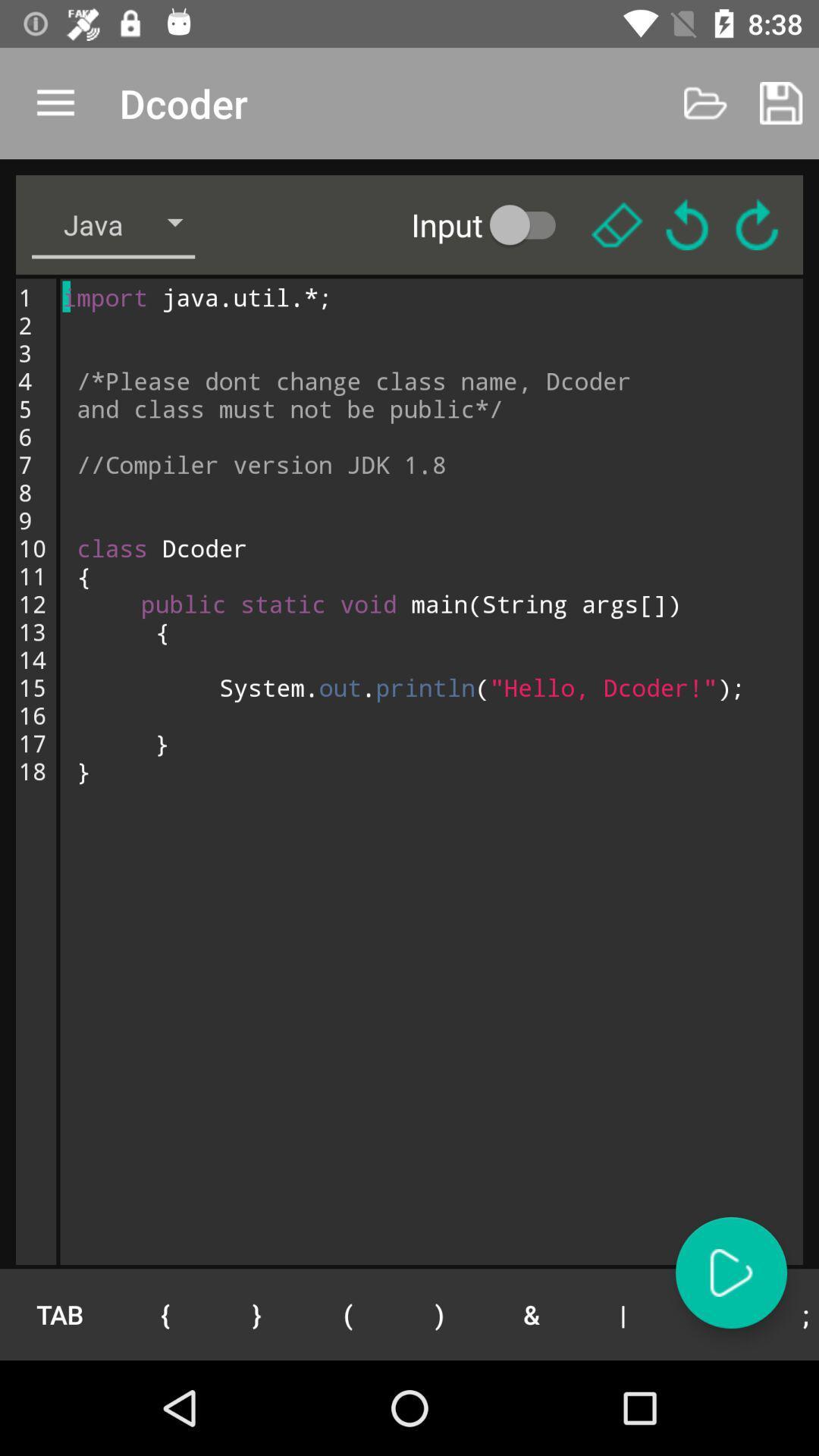 This screenshot has height=1456, width=819. What do you see at coordinates (687, 224) in the screenshot?
I see `undo last action` at bounding box center [687, 224].